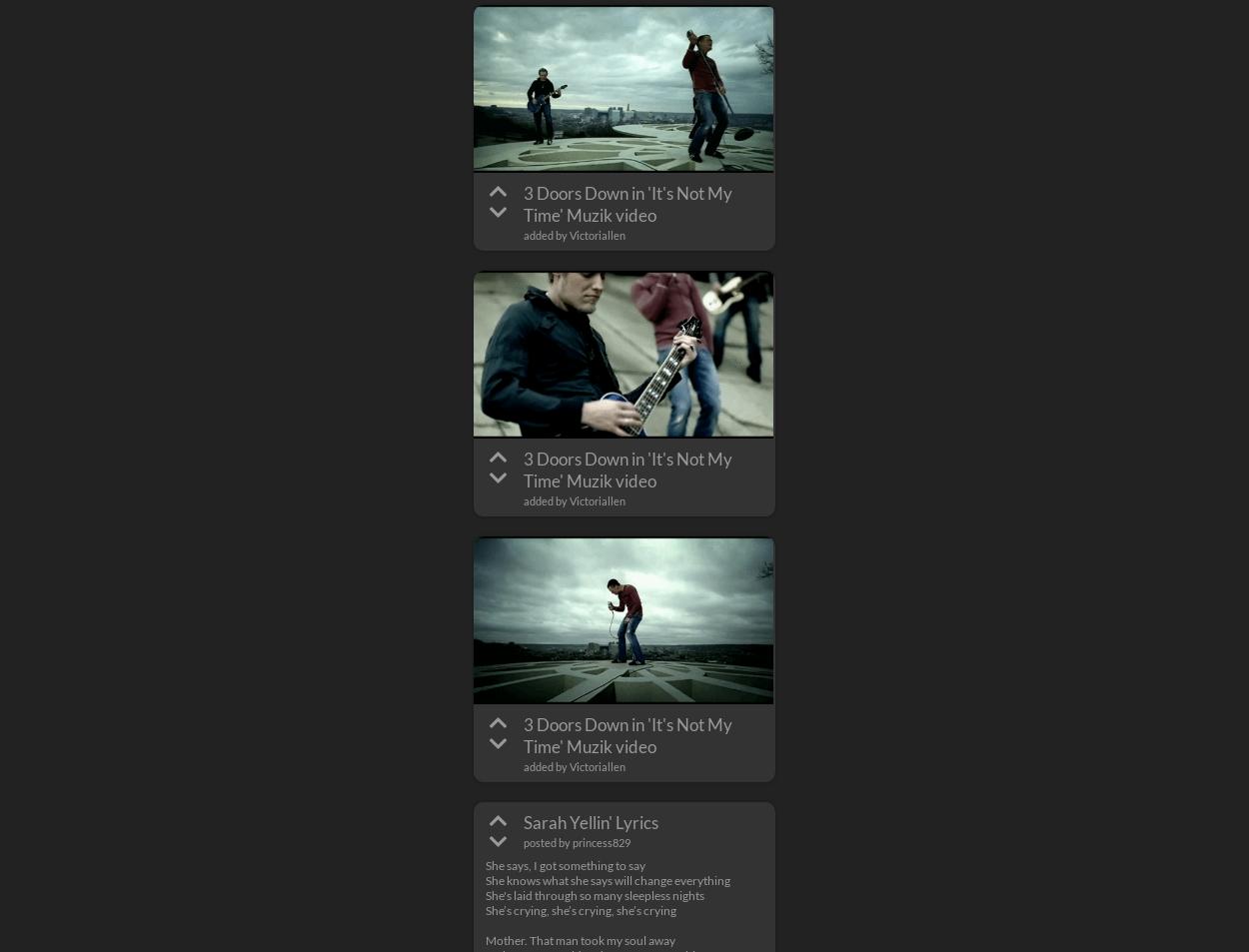  I want to click on 'posted by', so click(548, 842).